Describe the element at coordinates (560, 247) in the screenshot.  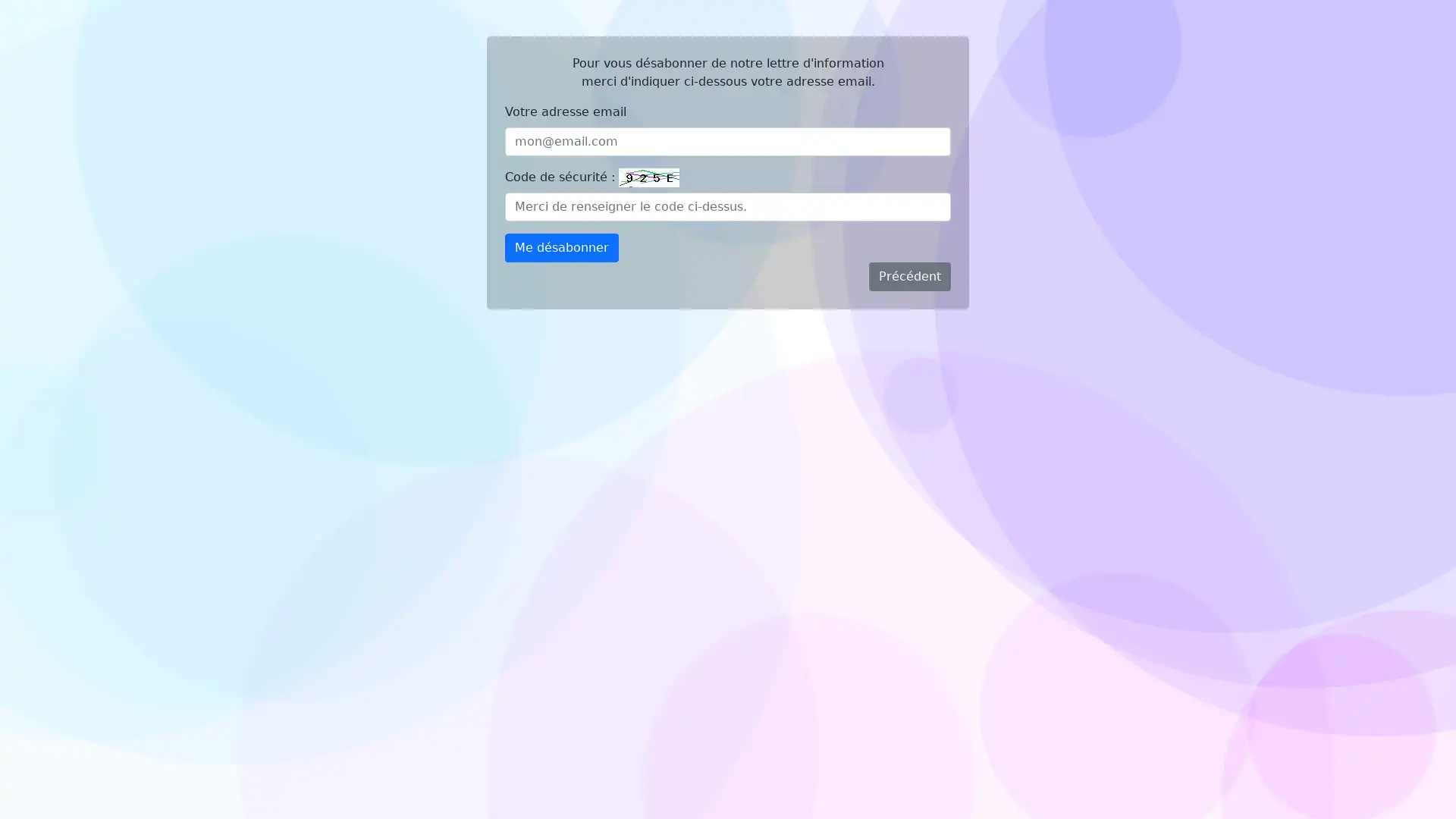
I see `Me desabonner` at that location.